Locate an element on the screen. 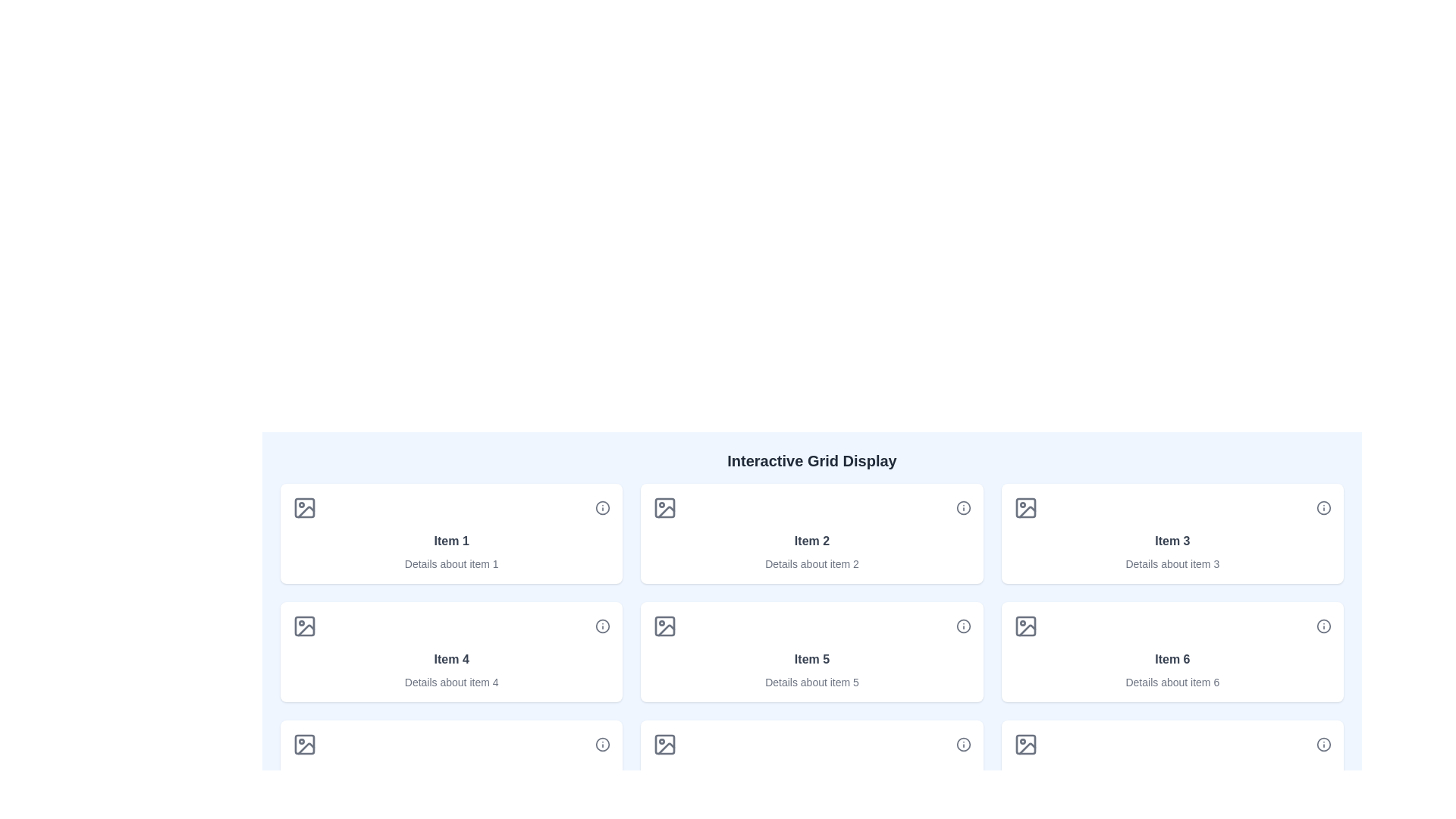  the background square of the icon located at the upper right of the card labeled 'Item 3' within a grid layout is located at coordinates (1025, 508).